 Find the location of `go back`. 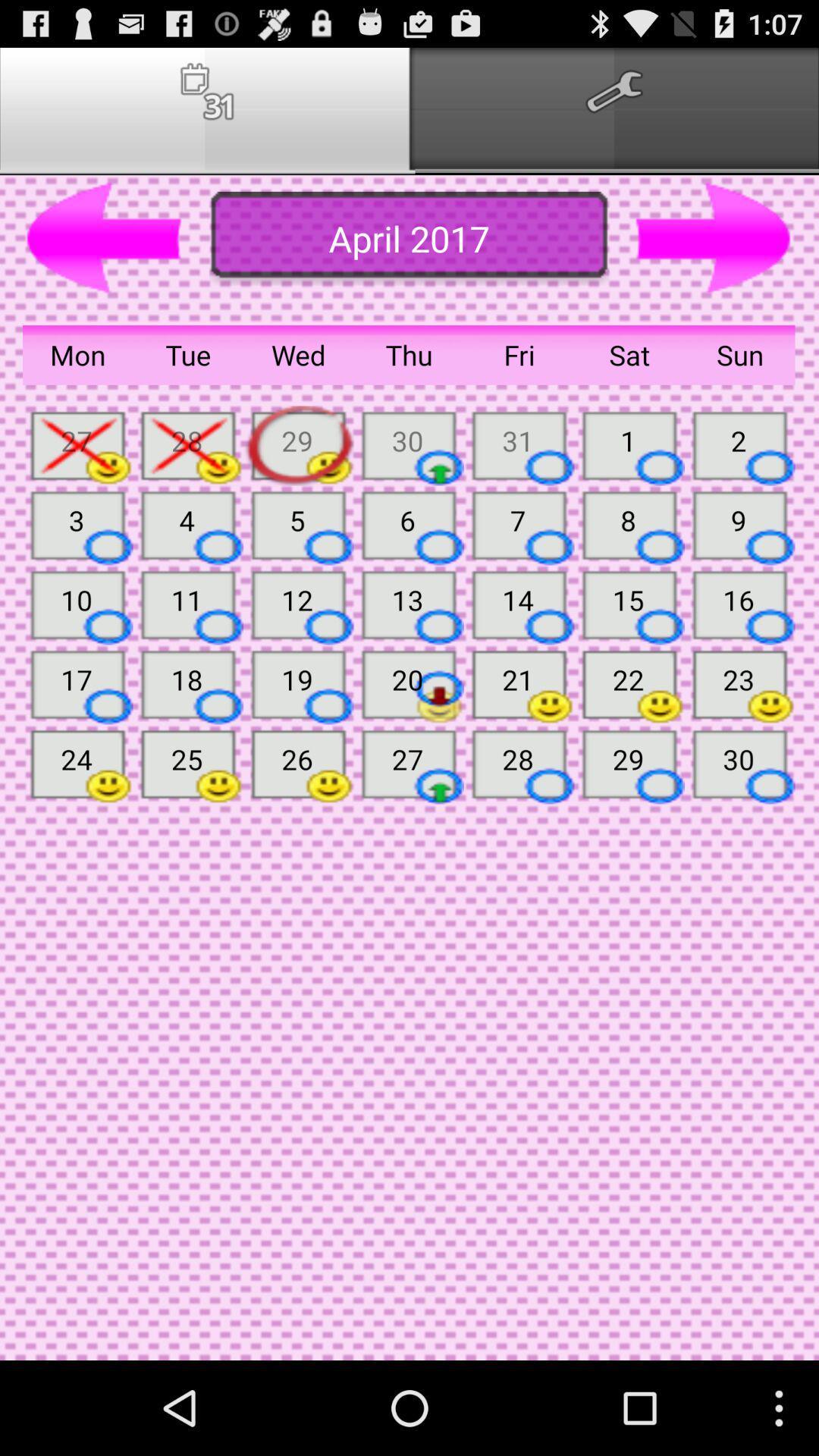

go back is located at coordinates (104, 238).